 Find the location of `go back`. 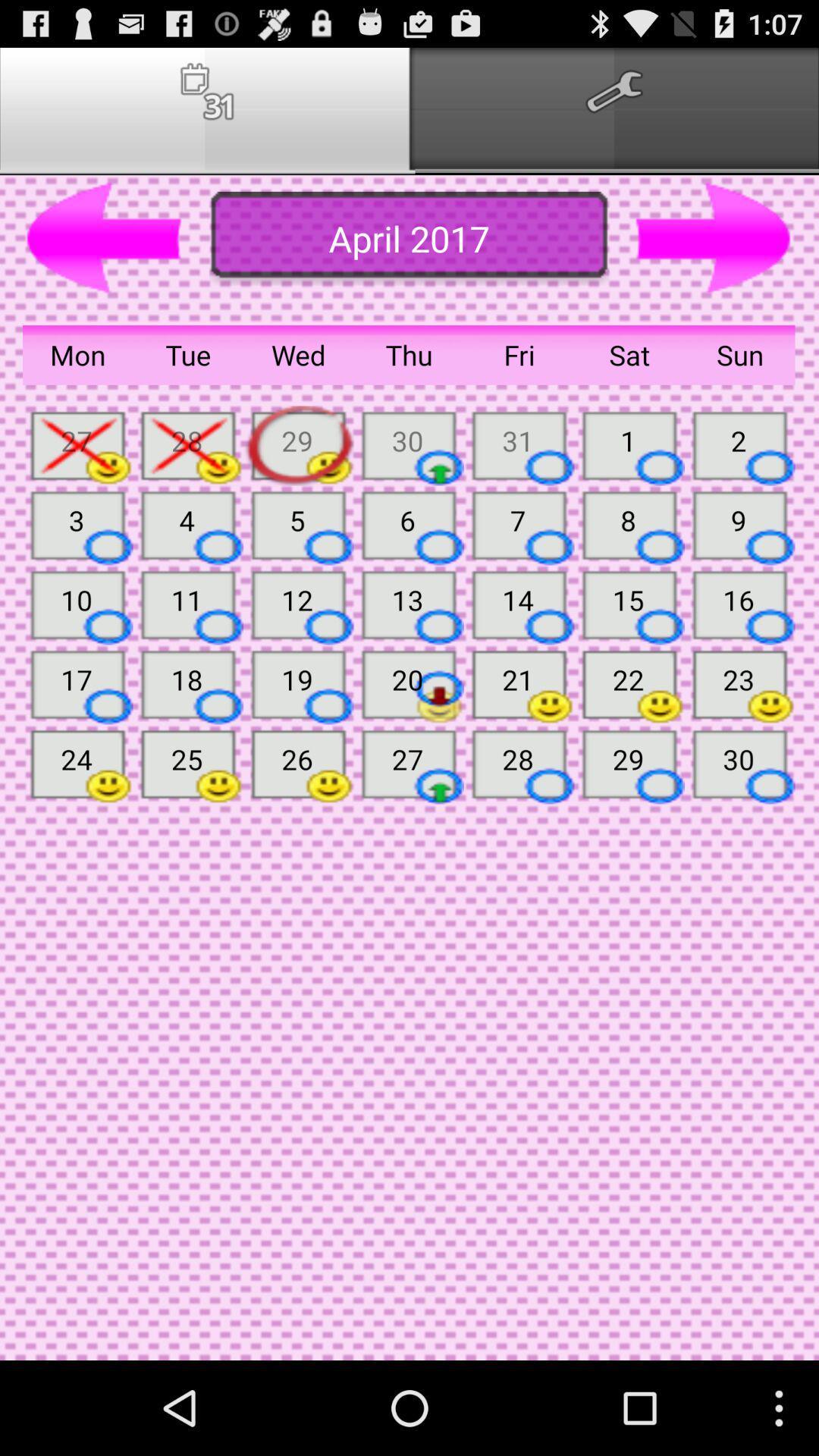

go back is located at coordinates (104, 238).